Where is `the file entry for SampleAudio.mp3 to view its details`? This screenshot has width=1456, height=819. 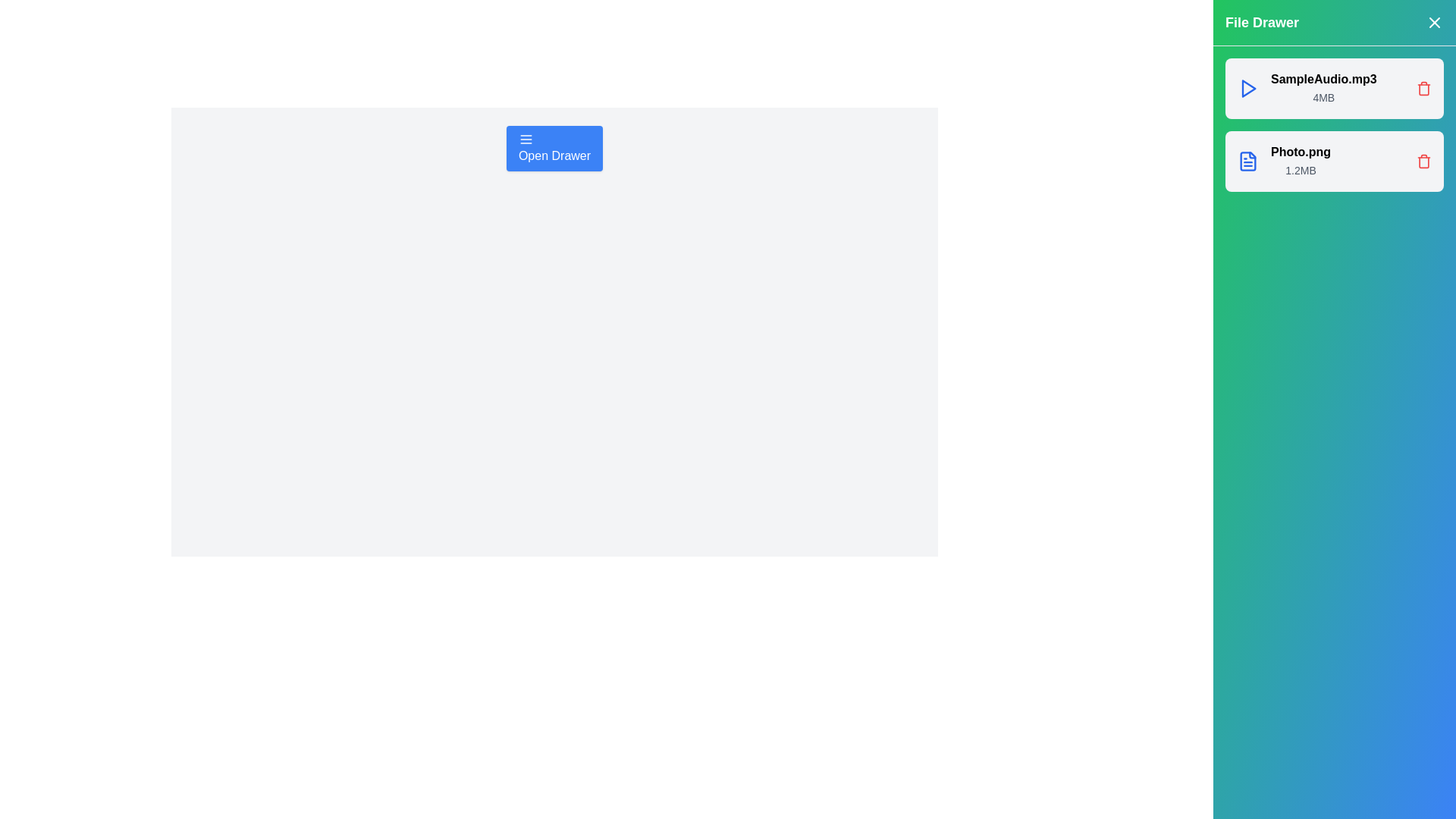 the file entry for SampleAudio.mp3 to view its details is located at coordinates (1335, 88).